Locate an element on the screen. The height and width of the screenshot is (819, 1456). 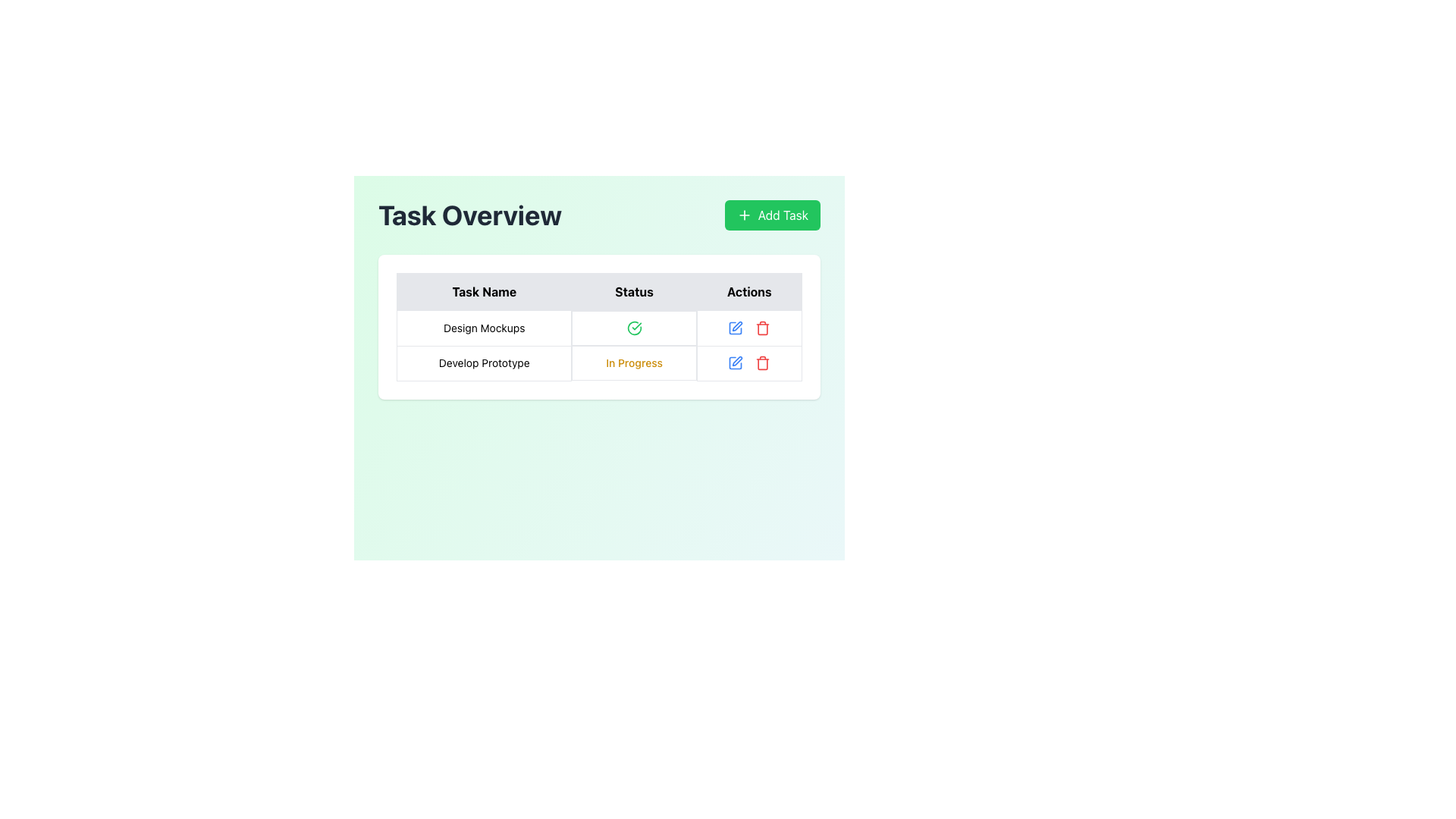
the blue pen icon in the Actions column under the row labeled 'Develop Prototype' to initiate editing is located at coordinates (735, 362).